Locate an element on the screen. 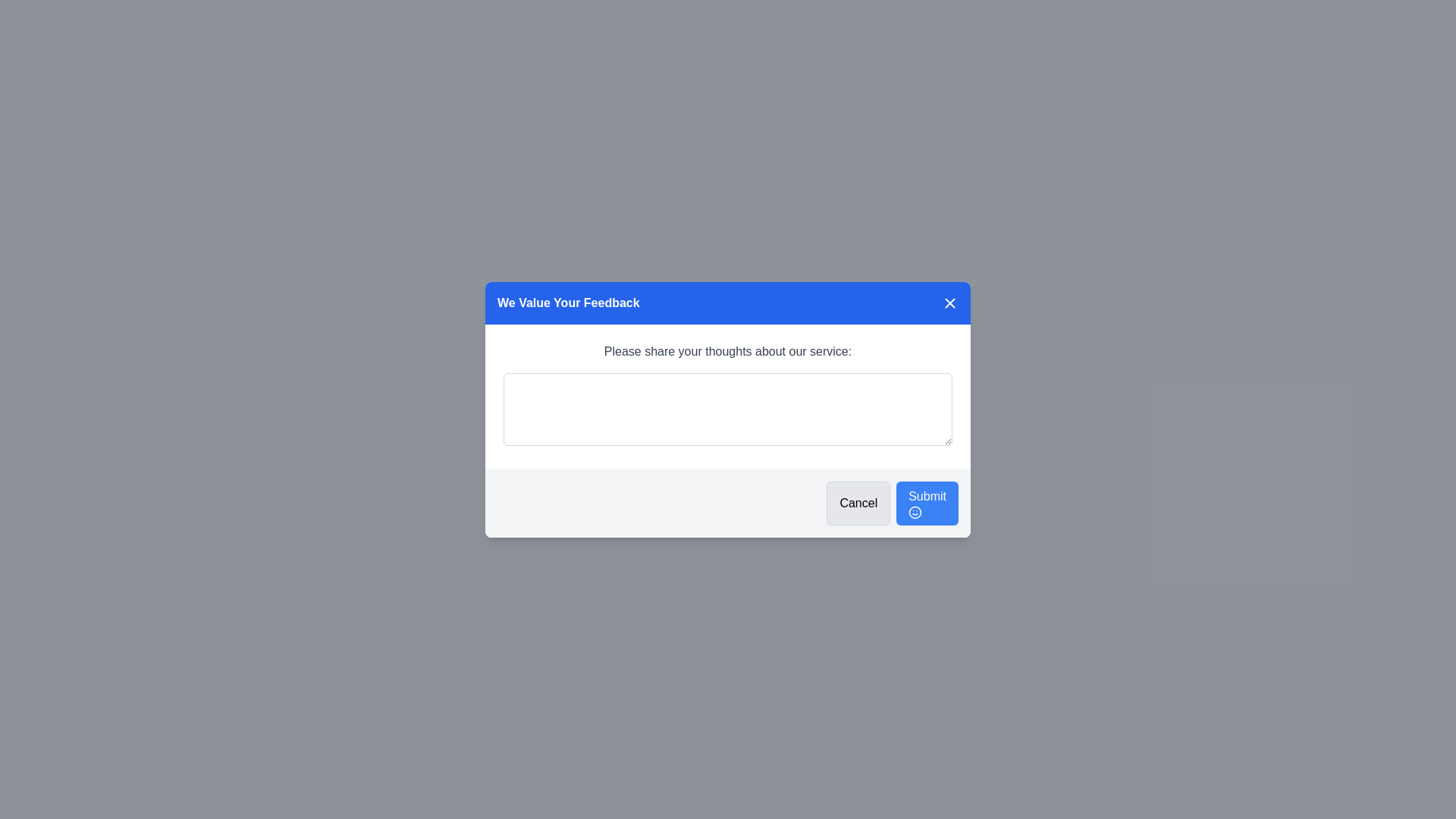  the 'Cancel' button located in the bottom-right section of the modal dialog is located at coordinates (858, 503).